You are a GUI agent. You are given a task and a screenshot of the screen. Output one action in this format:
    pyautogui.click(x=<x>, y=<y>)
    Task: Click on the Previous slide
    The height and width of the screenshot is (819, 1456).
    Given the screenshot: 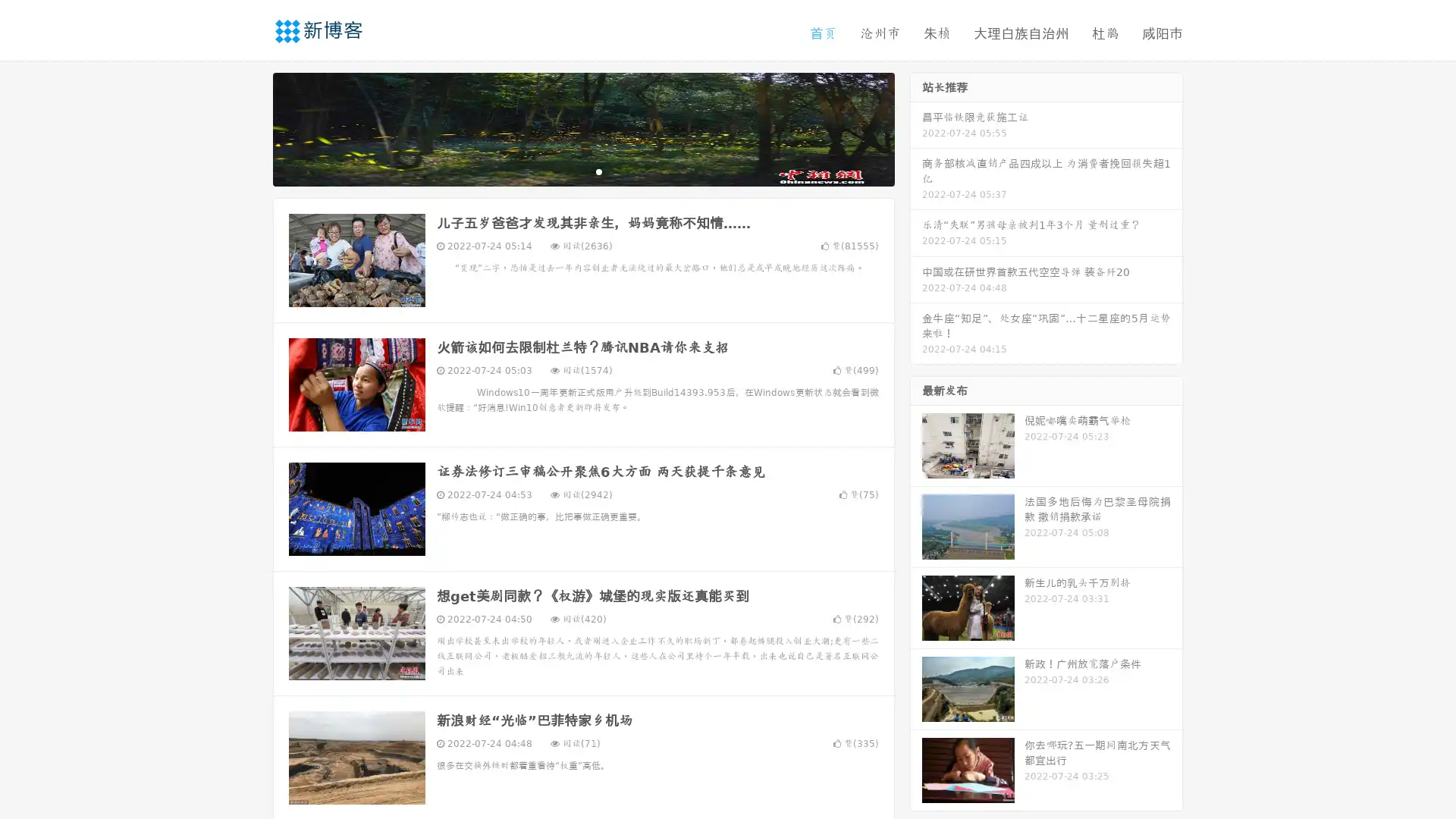 What is the action you would take?
    pyautogui.click(x=250, y=127)
    